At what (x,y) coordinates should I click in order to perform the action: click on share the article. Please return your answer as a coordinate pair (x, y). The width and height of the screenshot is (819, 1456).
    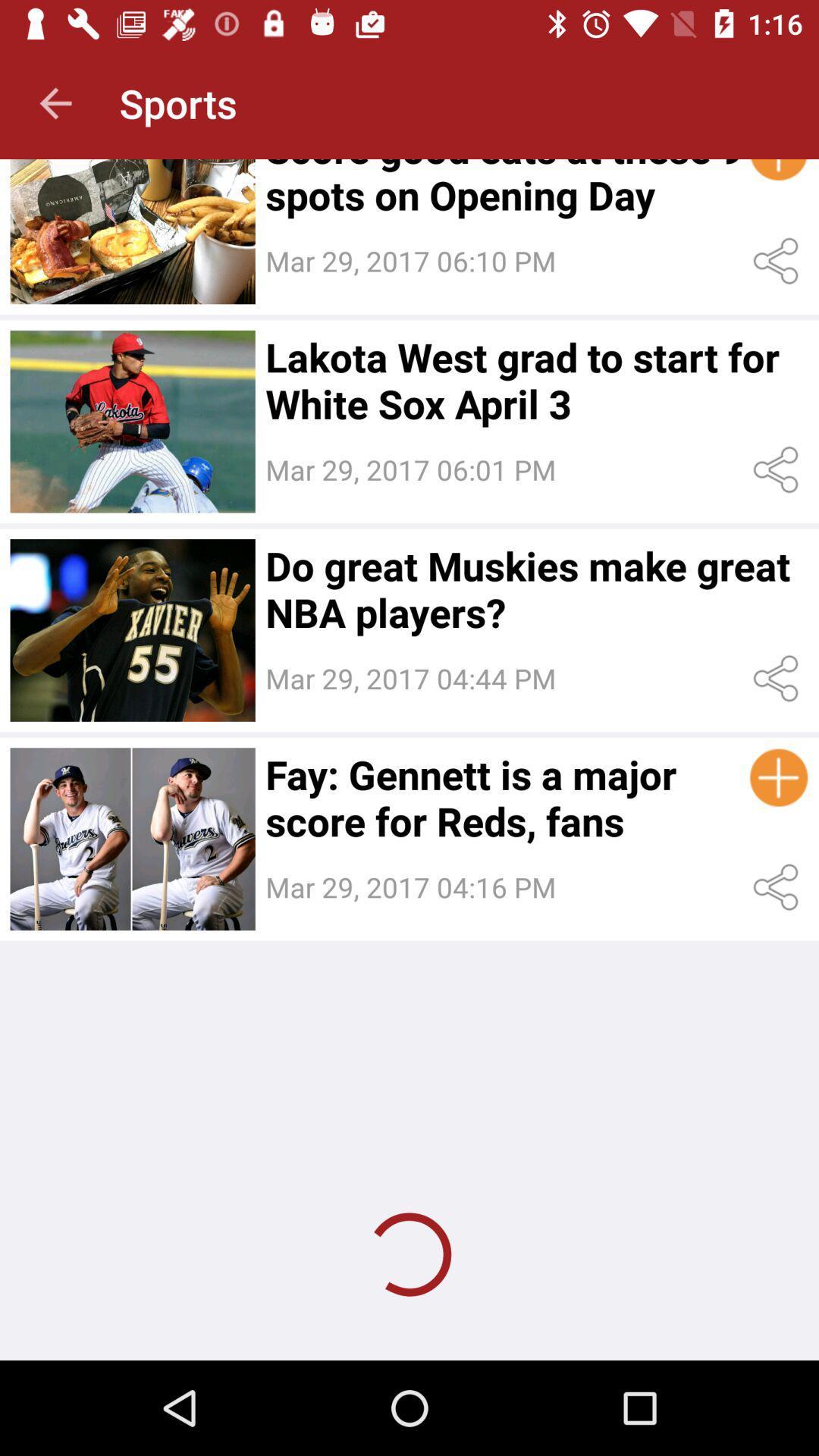
    Looking at the image, I should click on (779, 887).